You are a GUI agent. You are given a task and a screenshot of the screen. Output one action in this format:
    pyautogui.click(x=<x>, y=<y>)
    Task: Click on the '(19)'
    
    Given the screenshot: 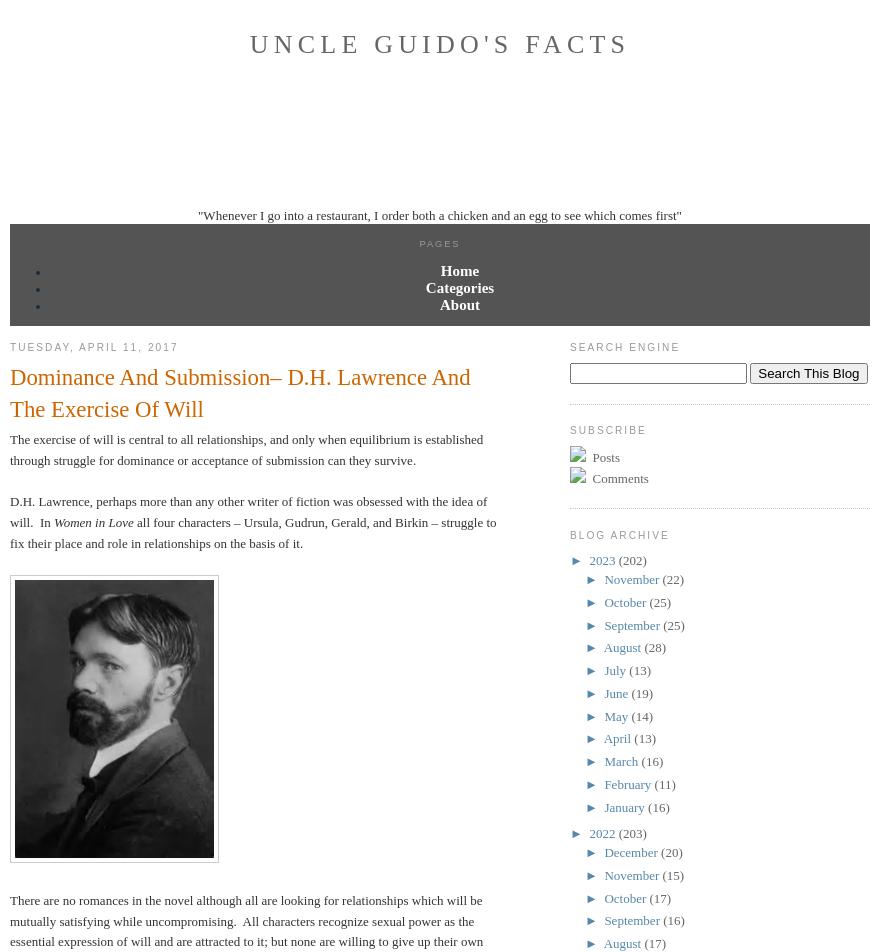 What is the action you would take?
    pyautogui.click(x=630, y=692)
    